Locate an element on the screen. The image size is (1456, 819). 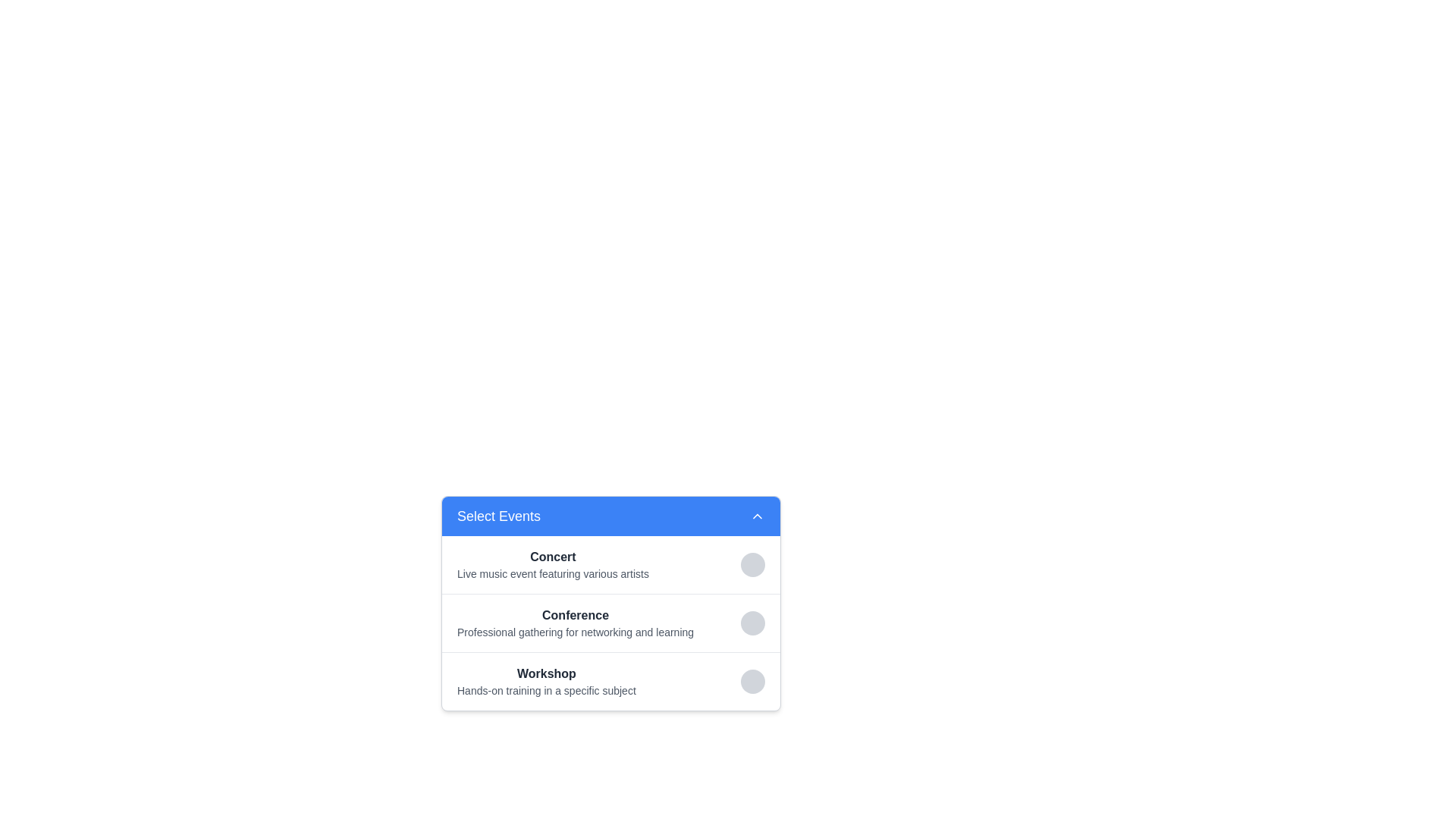
the bold-text heading labeled 'Concert' located centrally within the first option segment of the dropdown menu is located at coordinates (552, 557).